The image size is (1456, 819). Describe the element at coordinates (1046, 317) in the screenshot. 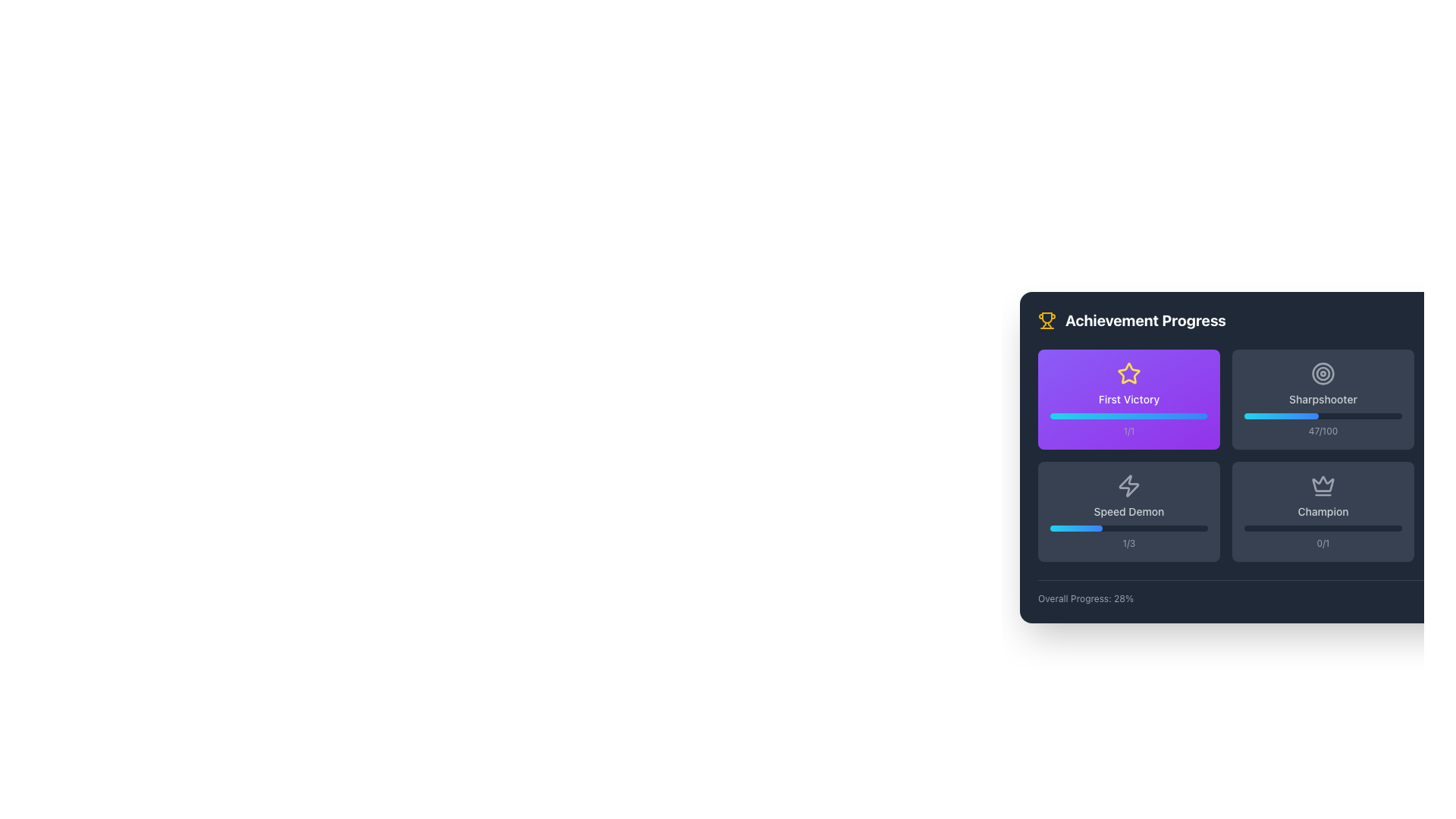

I see `central part of the graphical trophy icon element for details using developer tools` at that location.